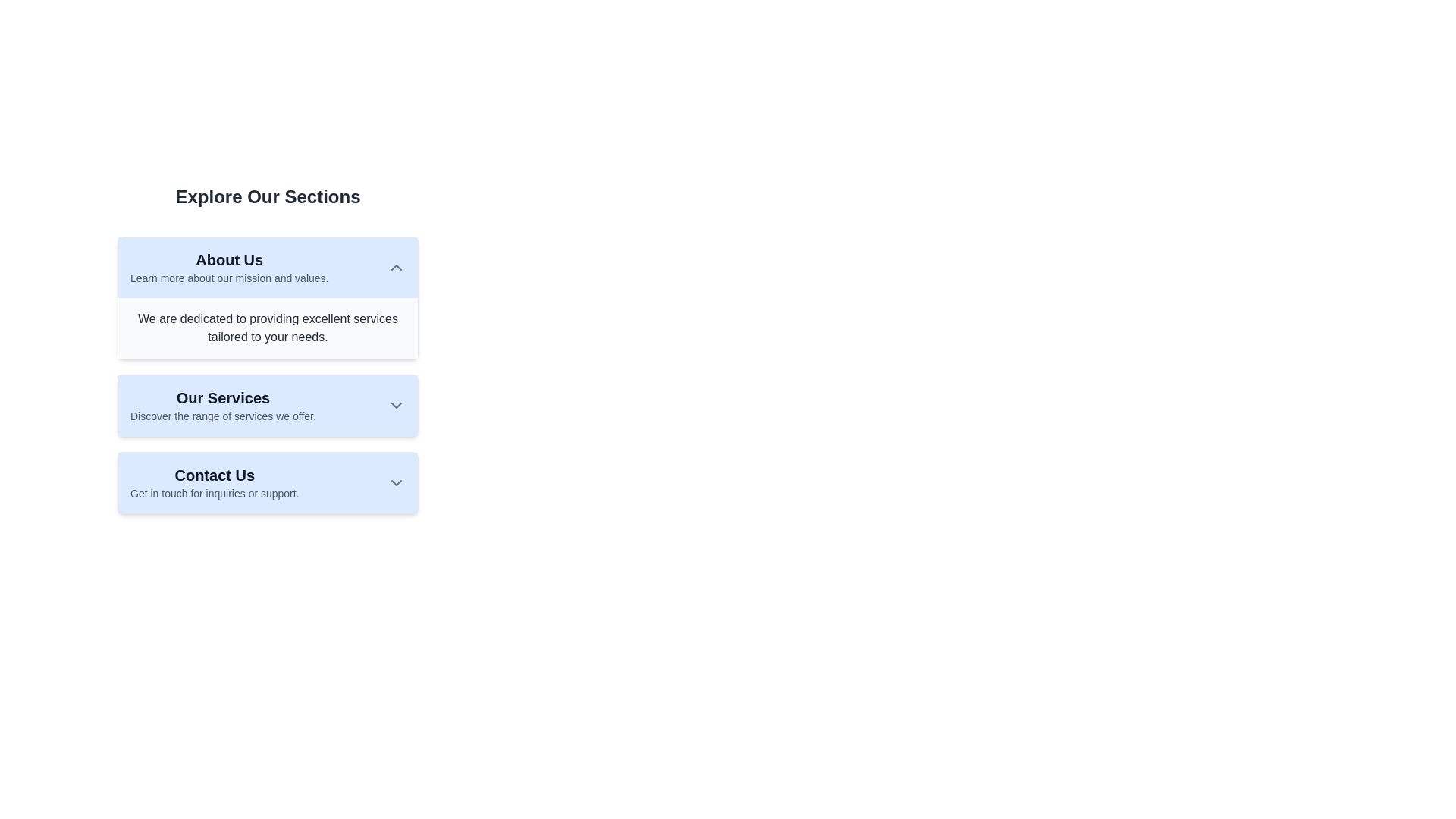 This screenshot has width=1456, height=819. Describe the element at coordinates (214, 494) in the screenshot. I see `the text element that reads 'Get in touch for inquiries or support.' which is styled in gray and positioned below the 'Contact Us' header` at that location.